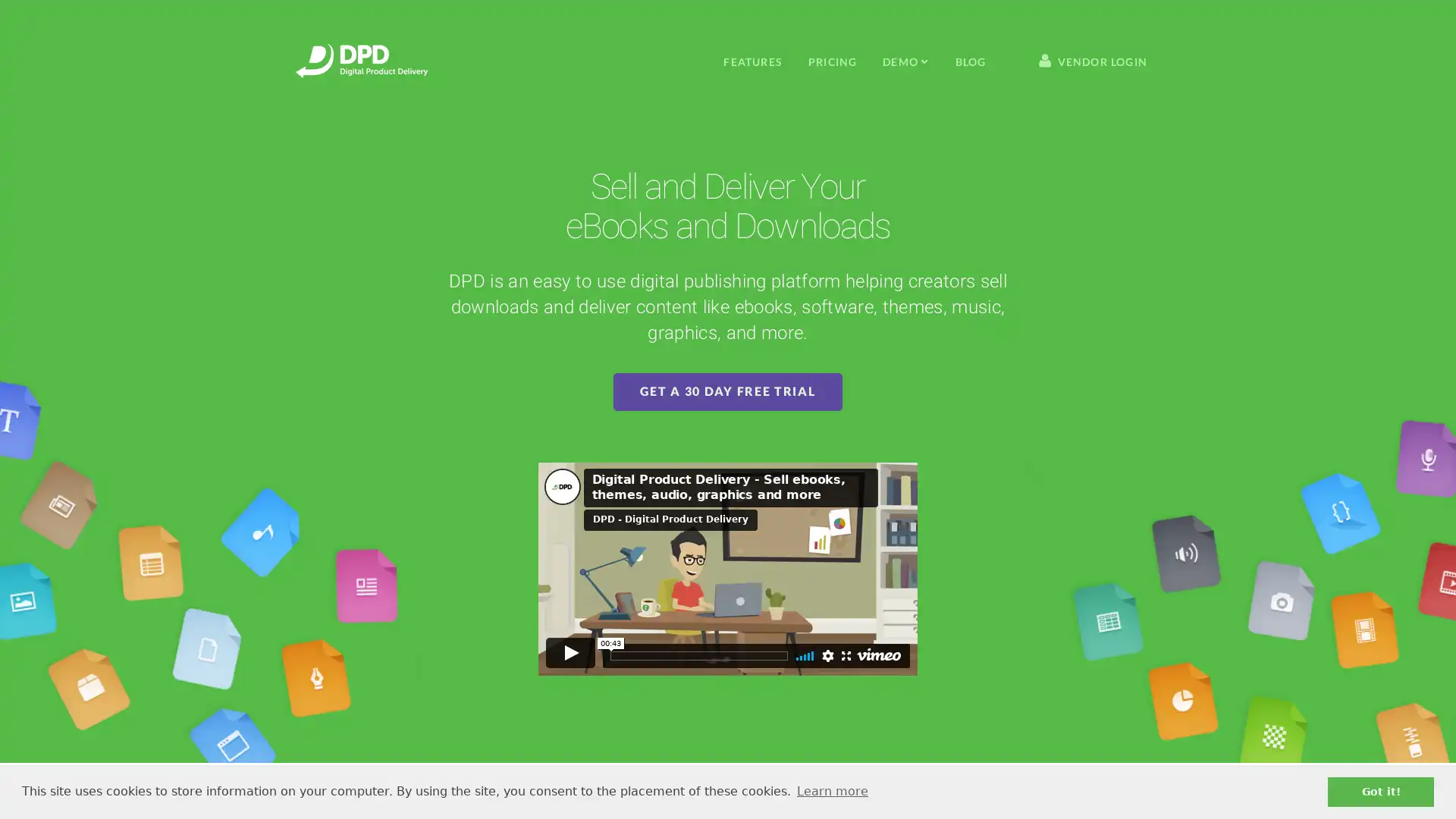 Image resolution: width=1456 pixels, height=819 pixels. I want to click on learn more about cookies, so click(831, 791).